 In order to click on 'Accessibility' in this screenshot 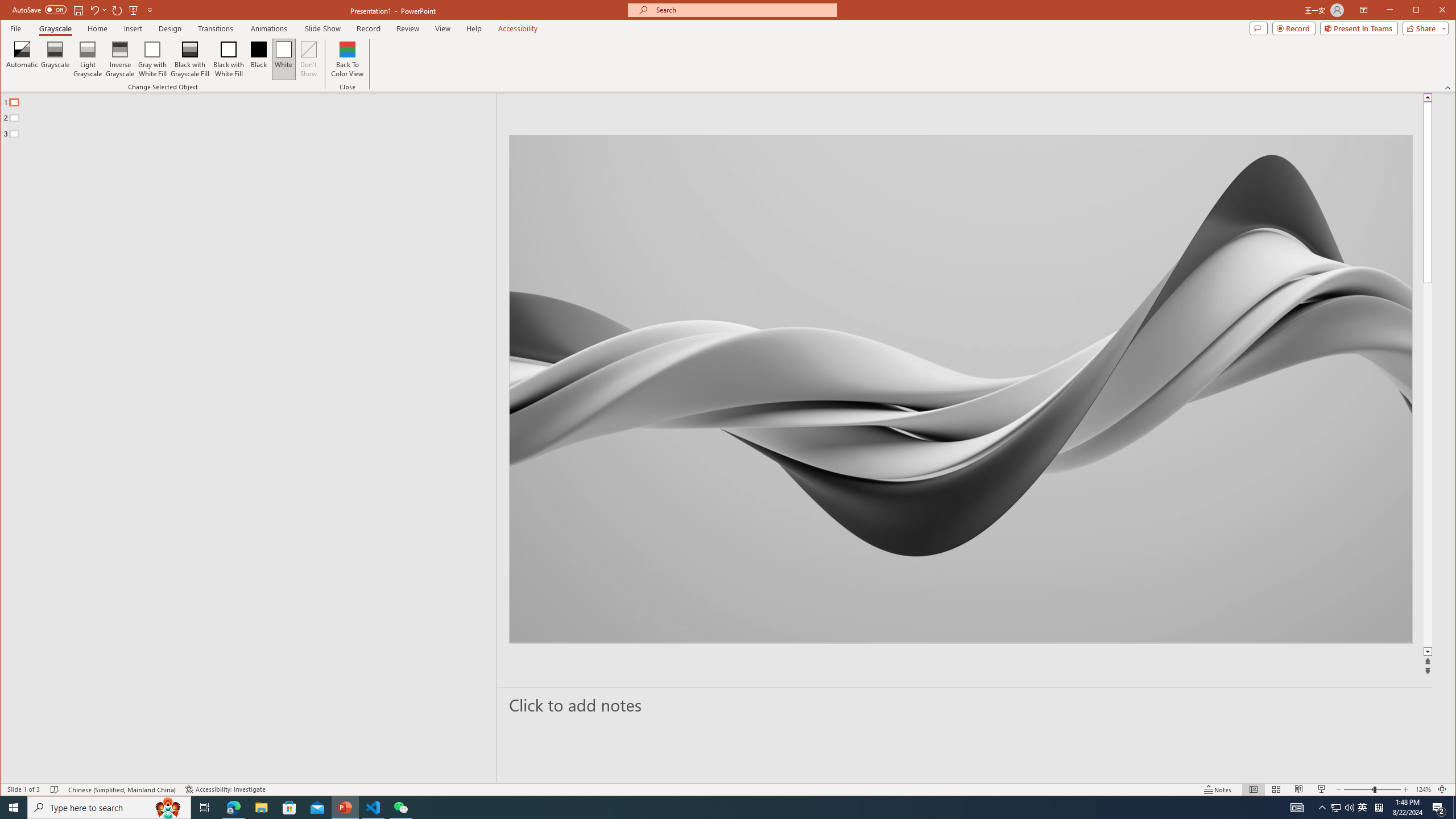, I will do `click(518, 28)`.